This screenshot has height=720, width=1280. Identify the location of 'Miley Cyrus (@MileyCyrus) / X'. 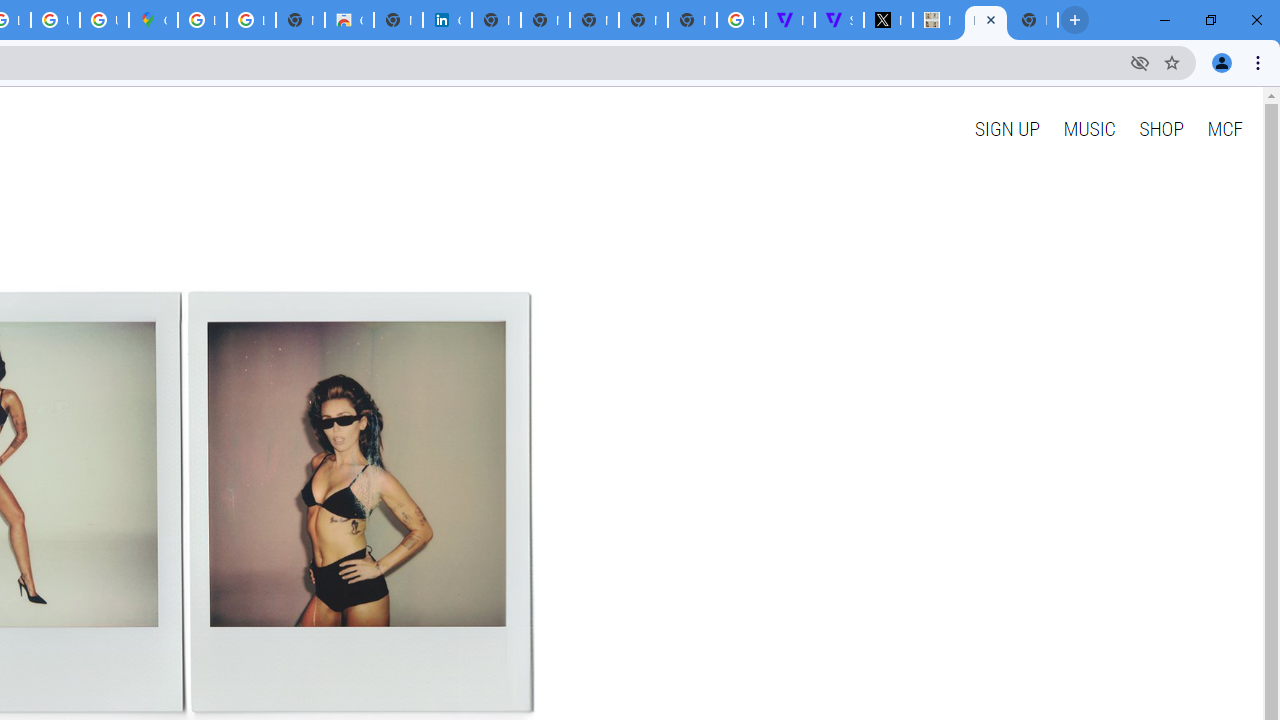
(887, 20).